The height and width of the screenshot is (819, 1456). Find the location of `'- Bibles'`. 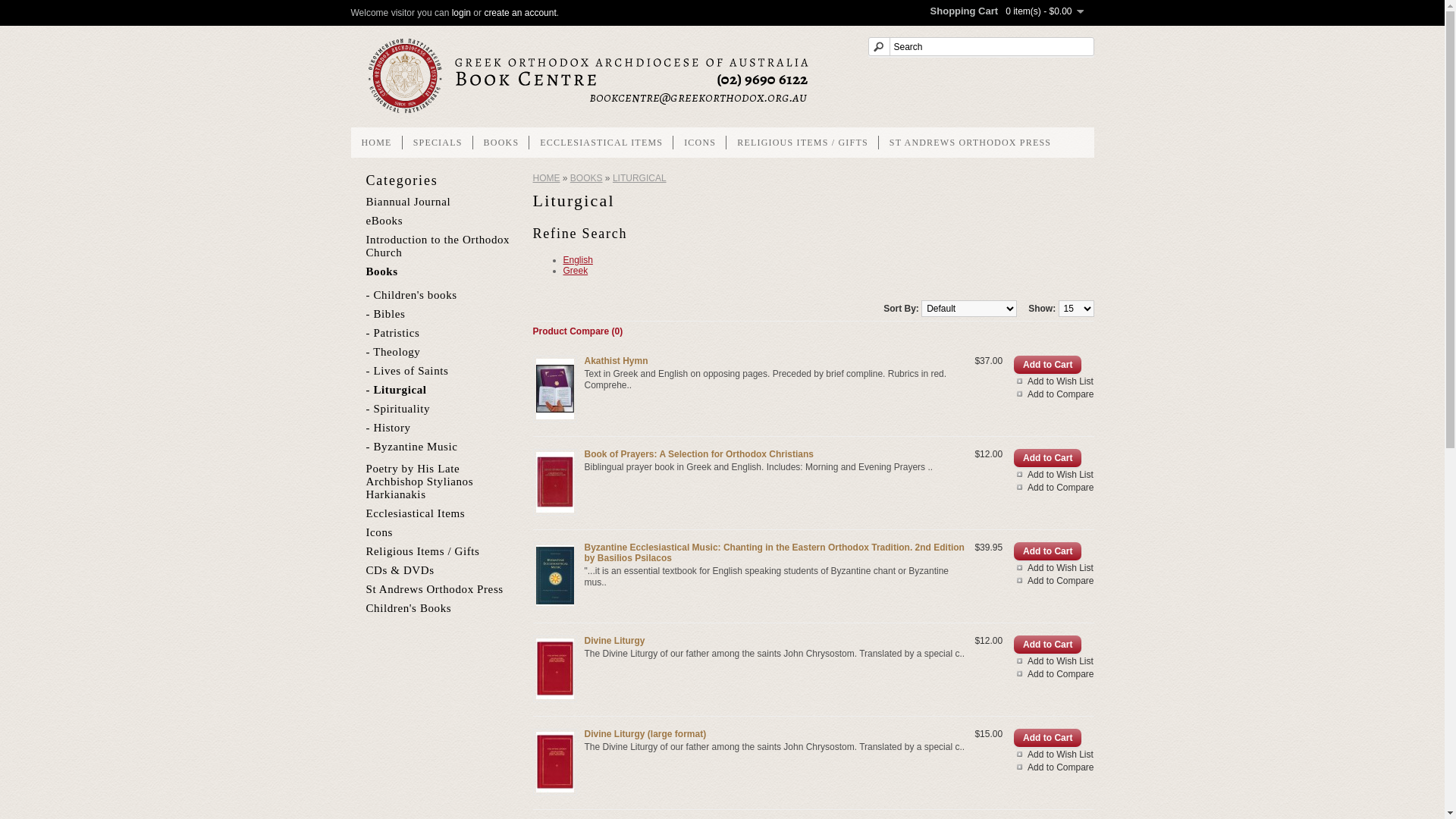

'- Bibles' is located at coordinates (440, 313).